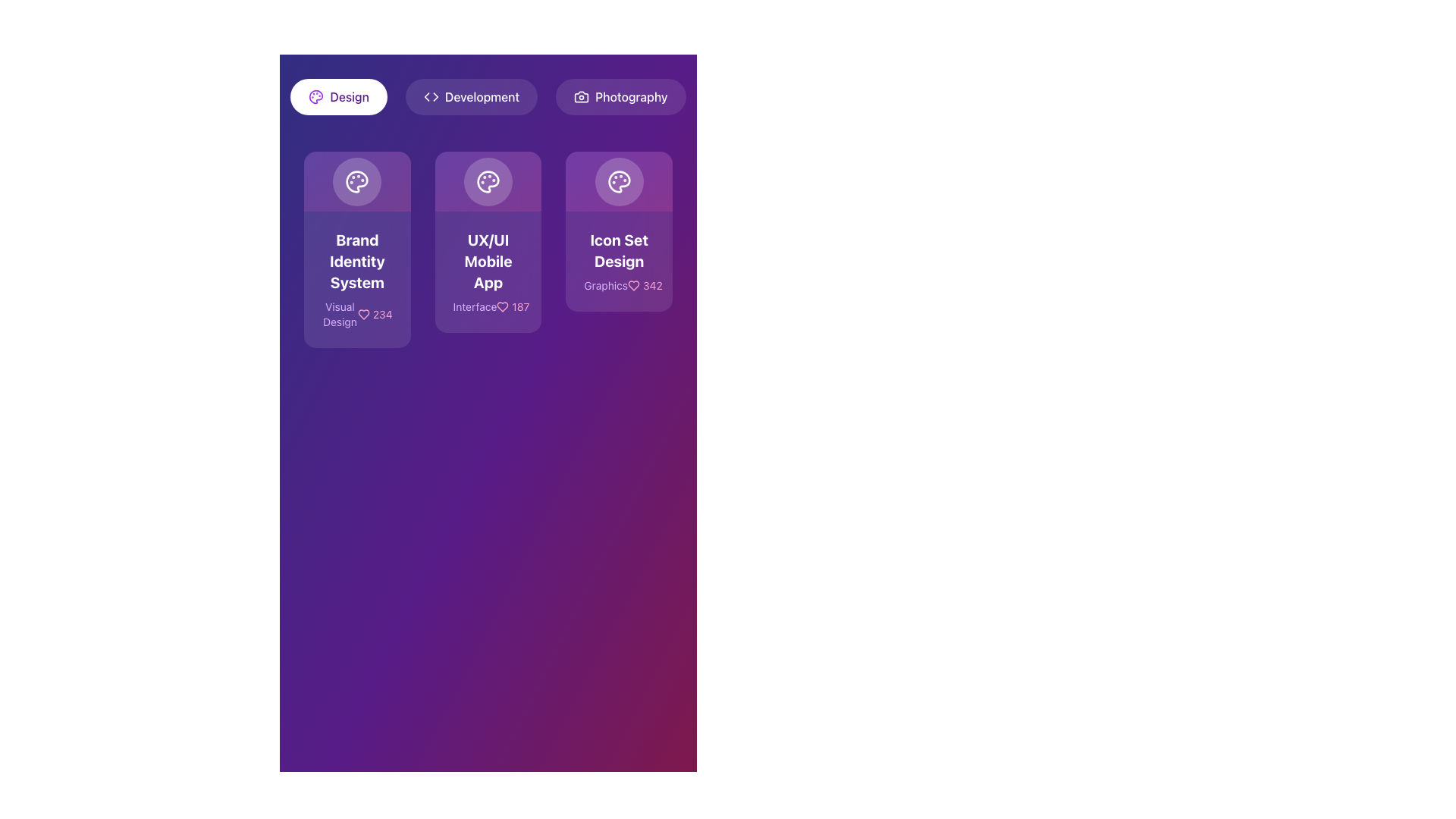  What do you see at coordinates (488, 249) in the screenshot?
I see `the second card in the grid that represents 'UX/UI Mobile App'` at bounding box center [488, 249].